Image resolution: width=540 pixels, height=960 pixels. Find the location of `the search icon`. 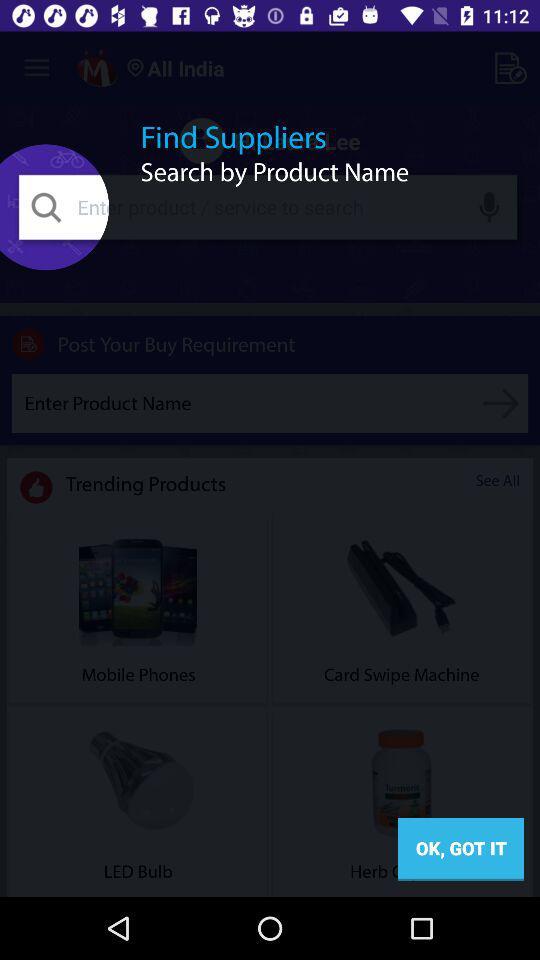

the search icon is located at coordinates (46, 207).